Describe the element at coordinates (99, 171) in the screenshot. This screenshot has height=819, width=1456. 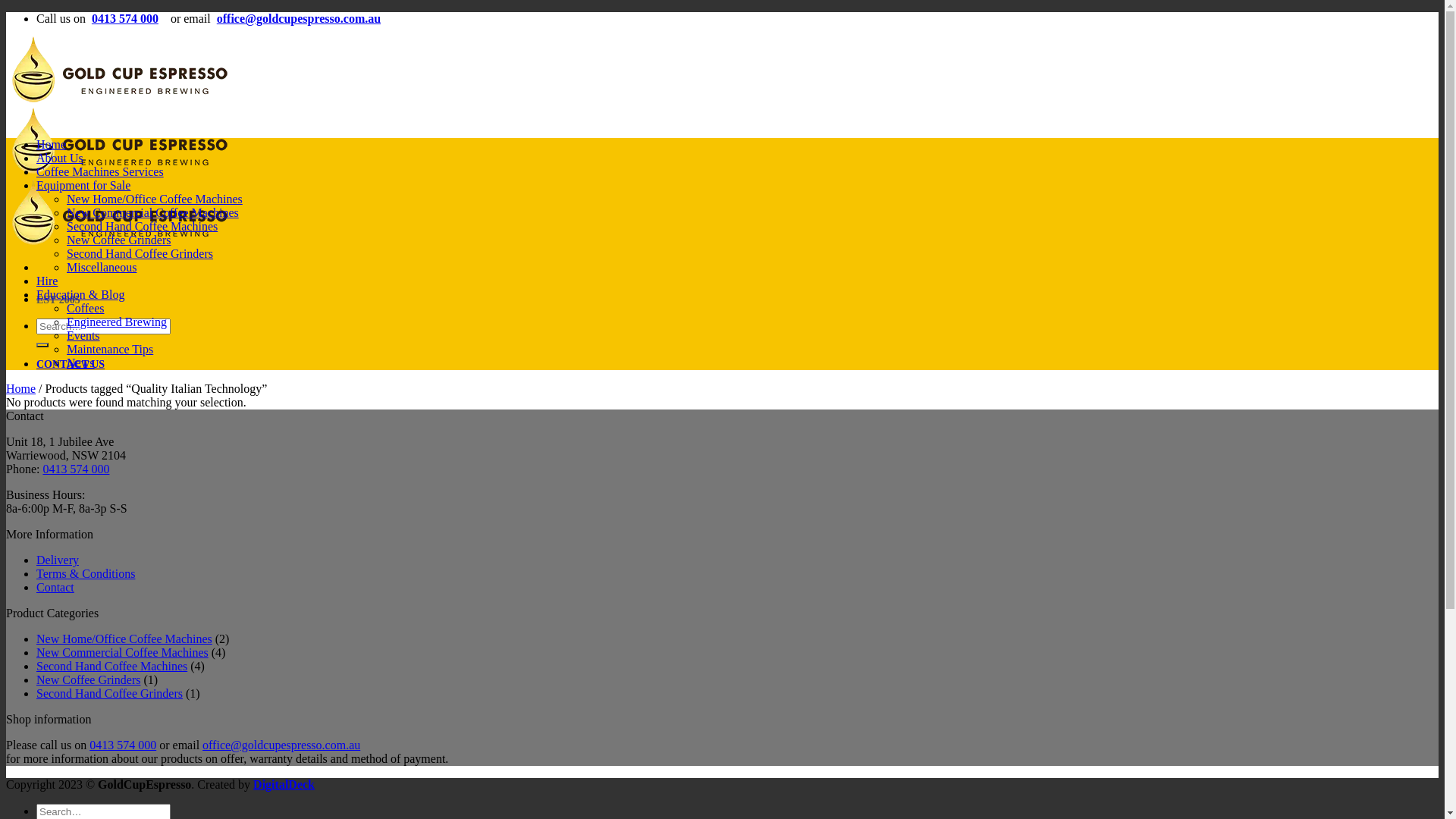
I see `'Coffee Machines Services'` at that location.